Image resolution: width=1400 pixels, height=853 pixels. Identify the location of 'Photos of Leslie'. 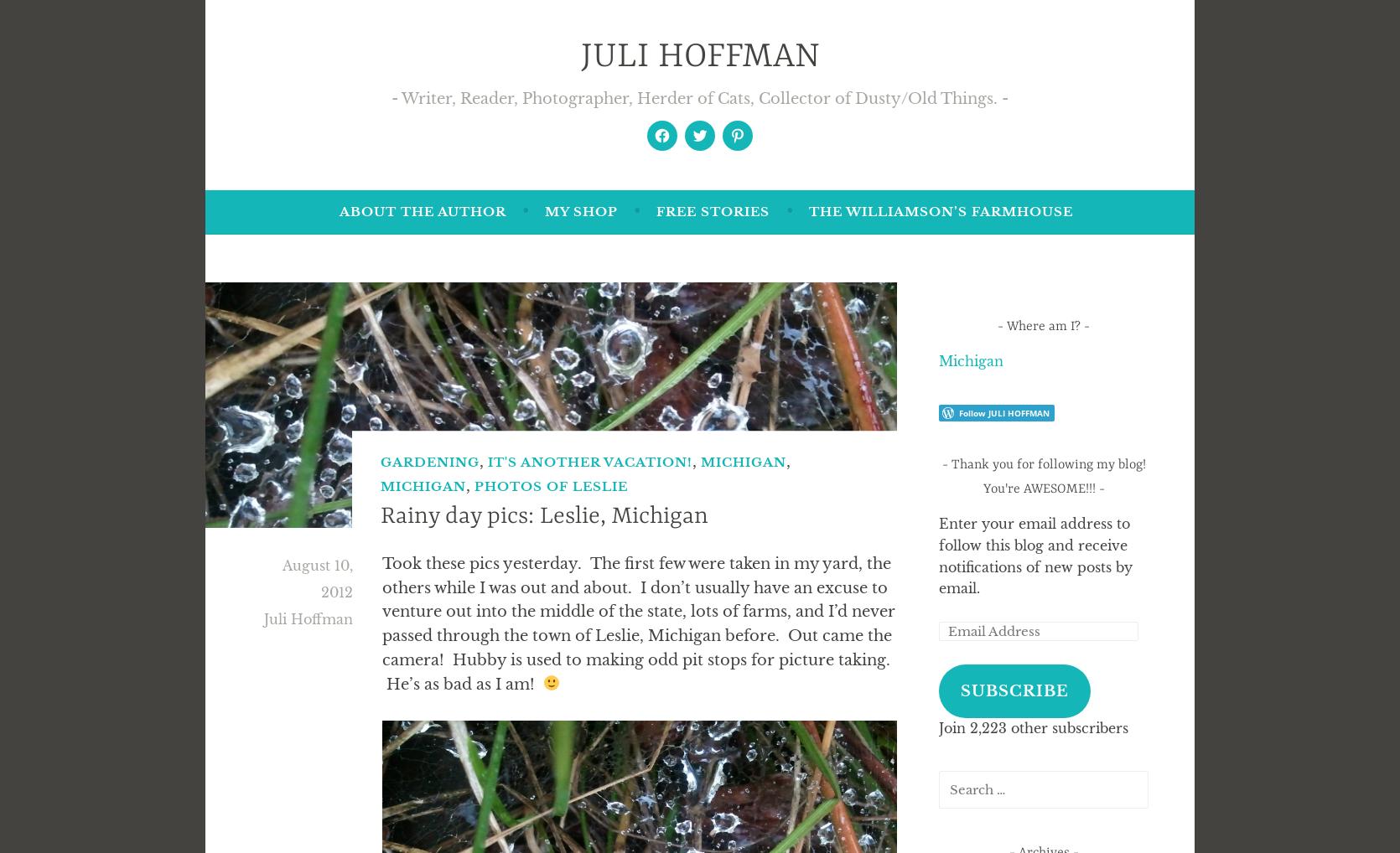
(474, 486).